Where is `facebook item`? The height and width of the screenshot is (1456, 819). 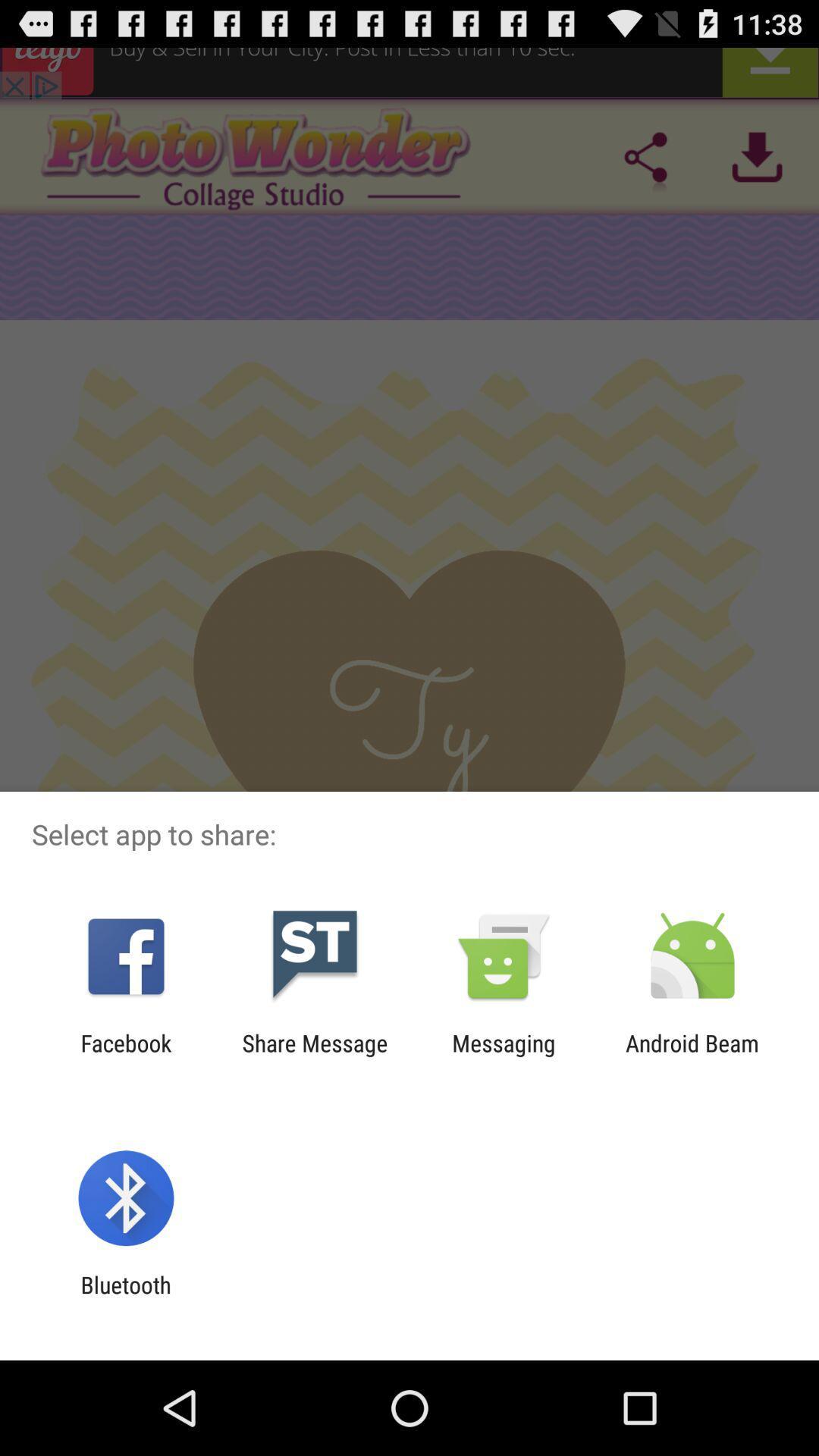
facebook item is located at coordinates (125, 1056).